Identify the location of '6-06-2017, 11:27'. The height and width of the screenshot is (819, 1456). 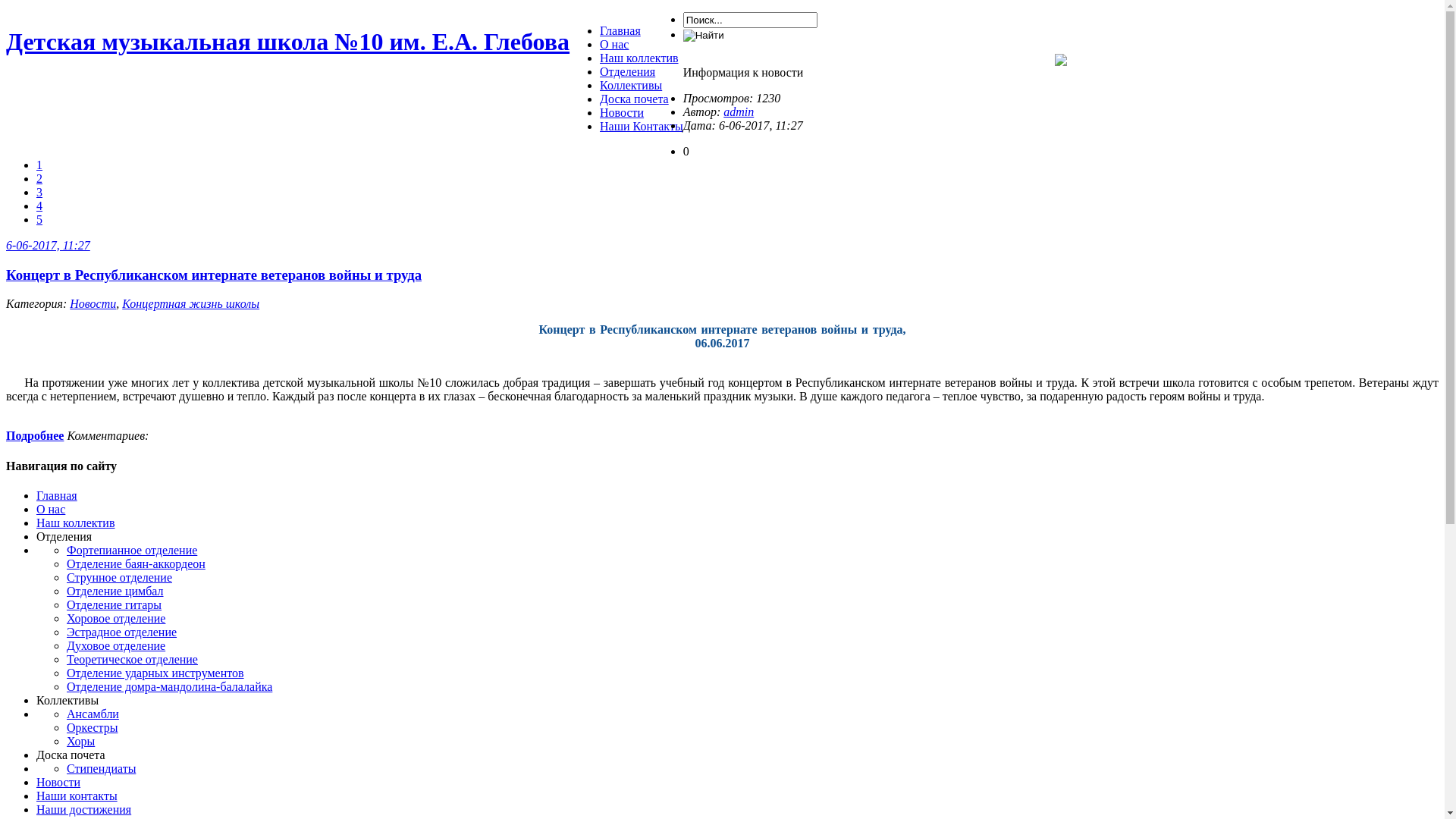
(48, 244).